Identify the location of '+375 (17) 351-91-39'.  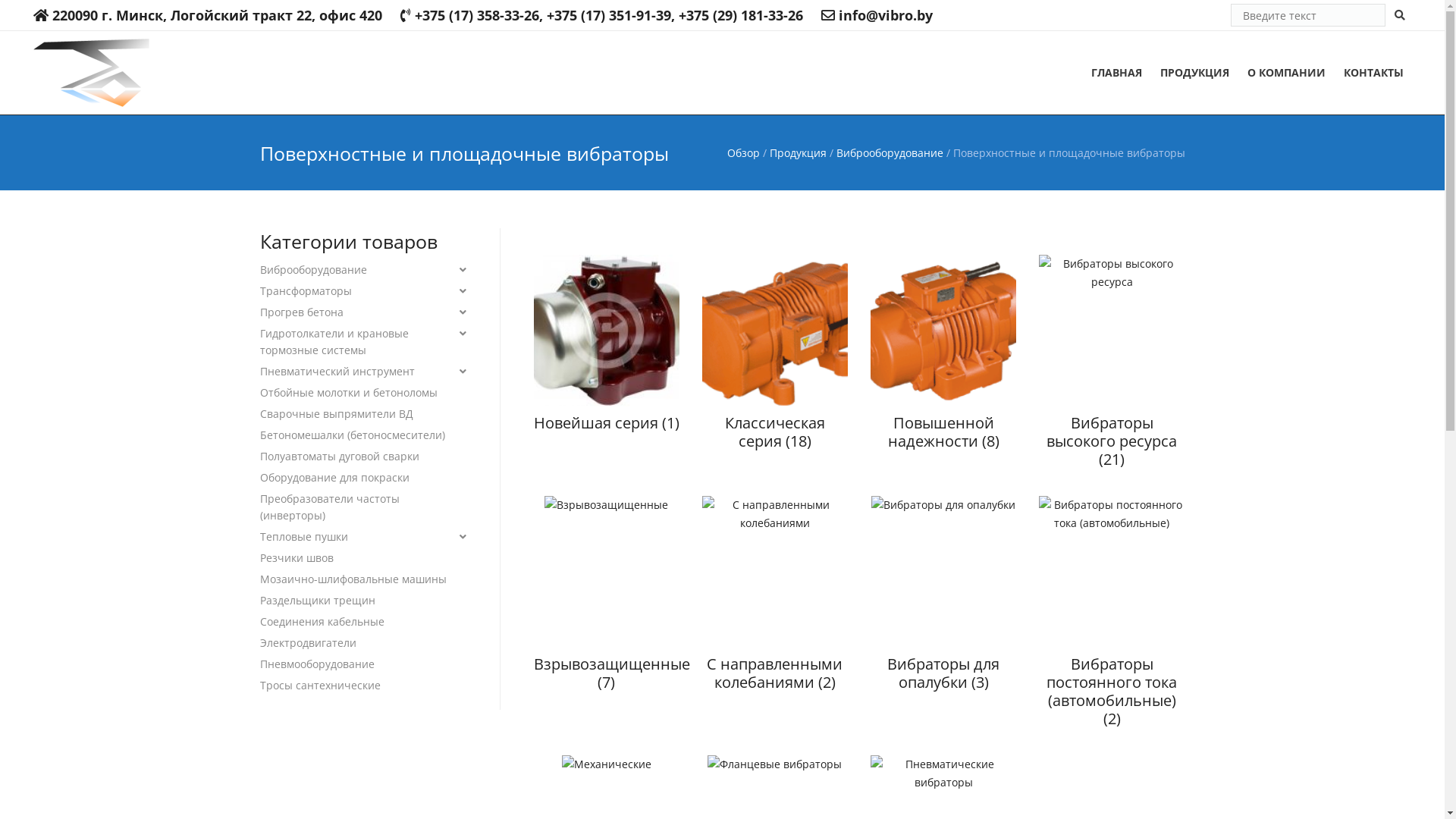
(608, 14).